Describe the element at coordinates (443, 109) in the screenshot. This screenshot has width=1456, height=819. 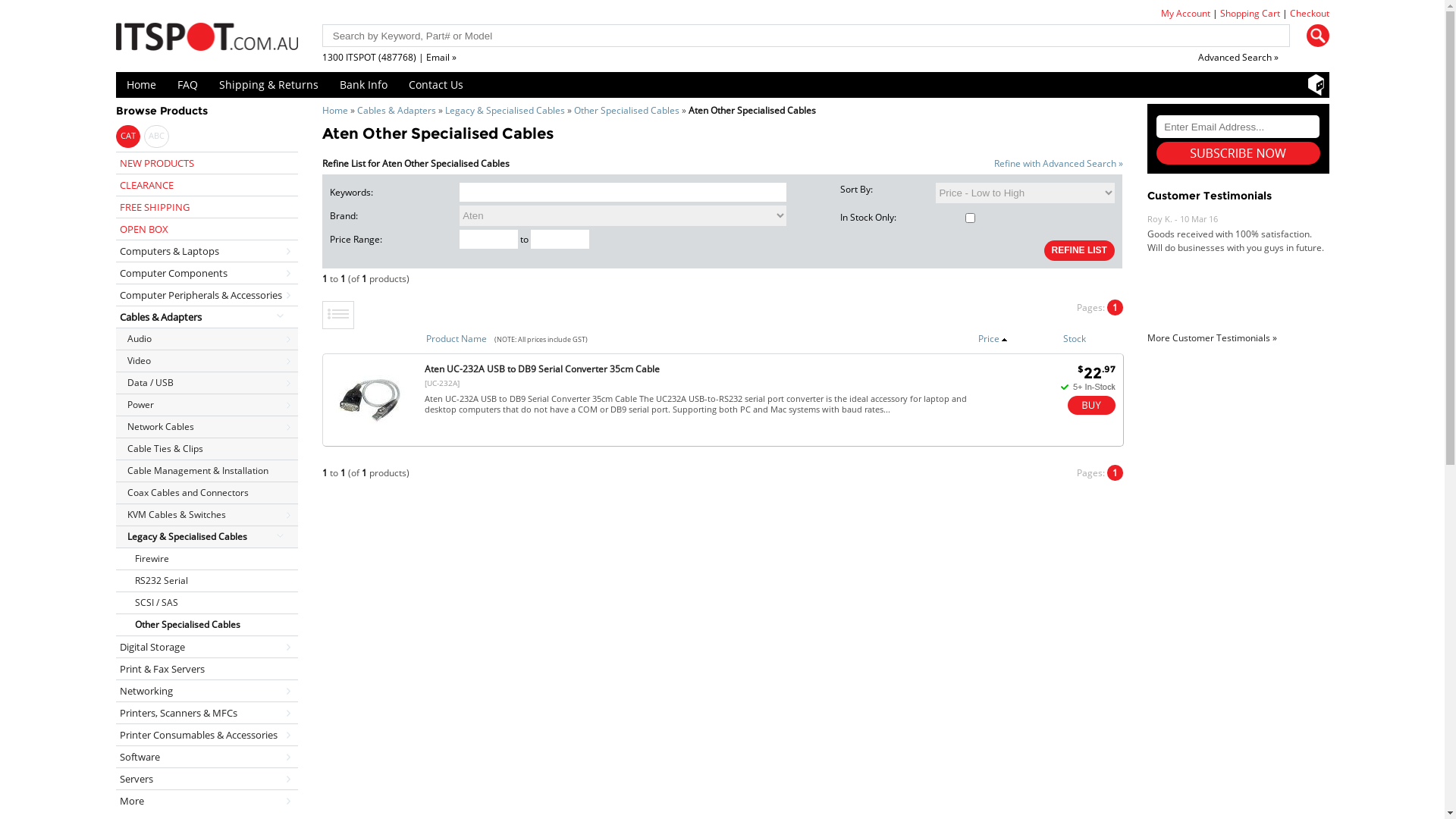
I see `'Legacy & Specialised Cables'` at that location.